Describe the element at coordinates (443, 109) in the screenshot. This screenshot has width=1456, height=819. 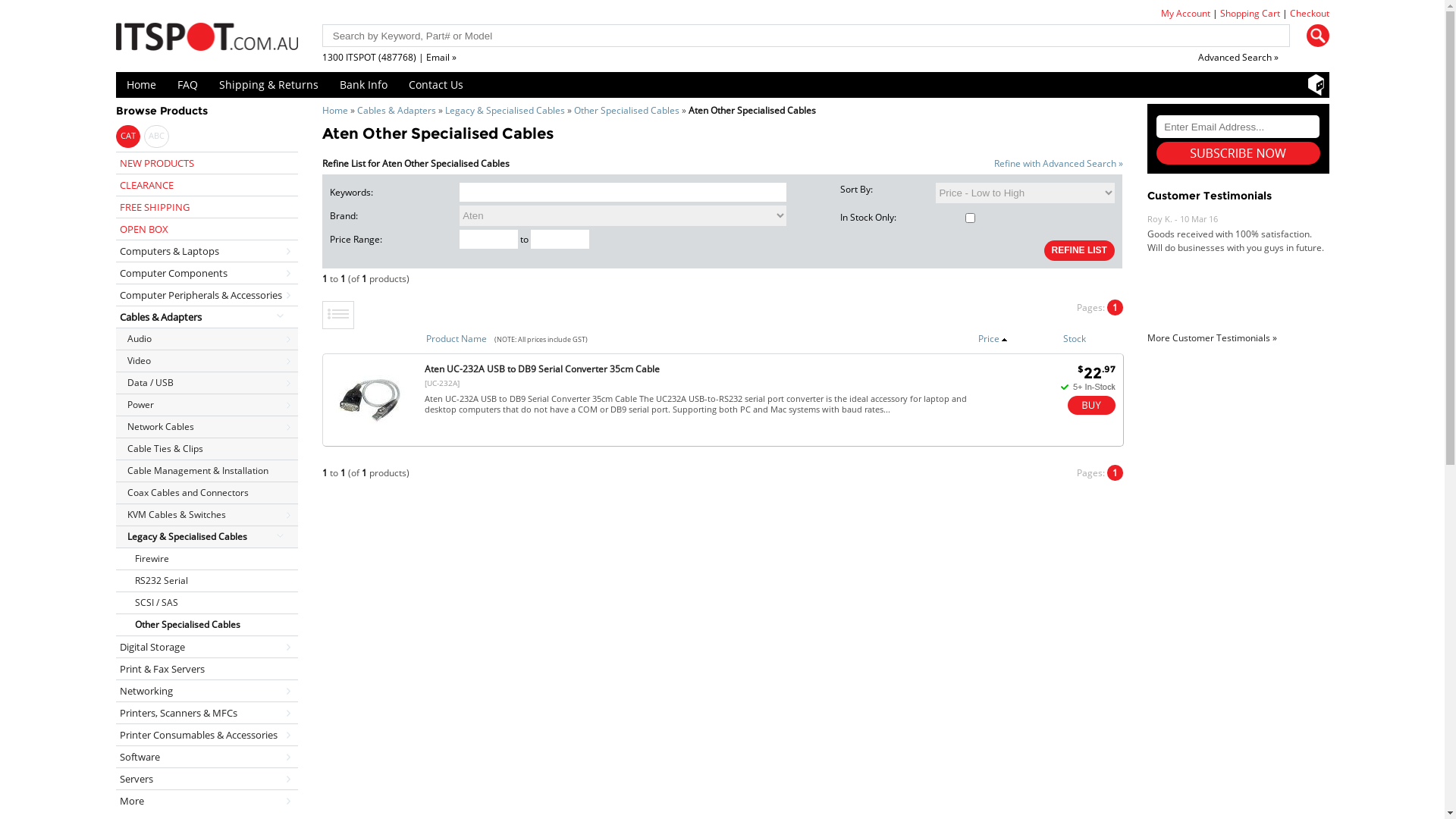
I see `'Legacy & Specialised Cables'` at that location.